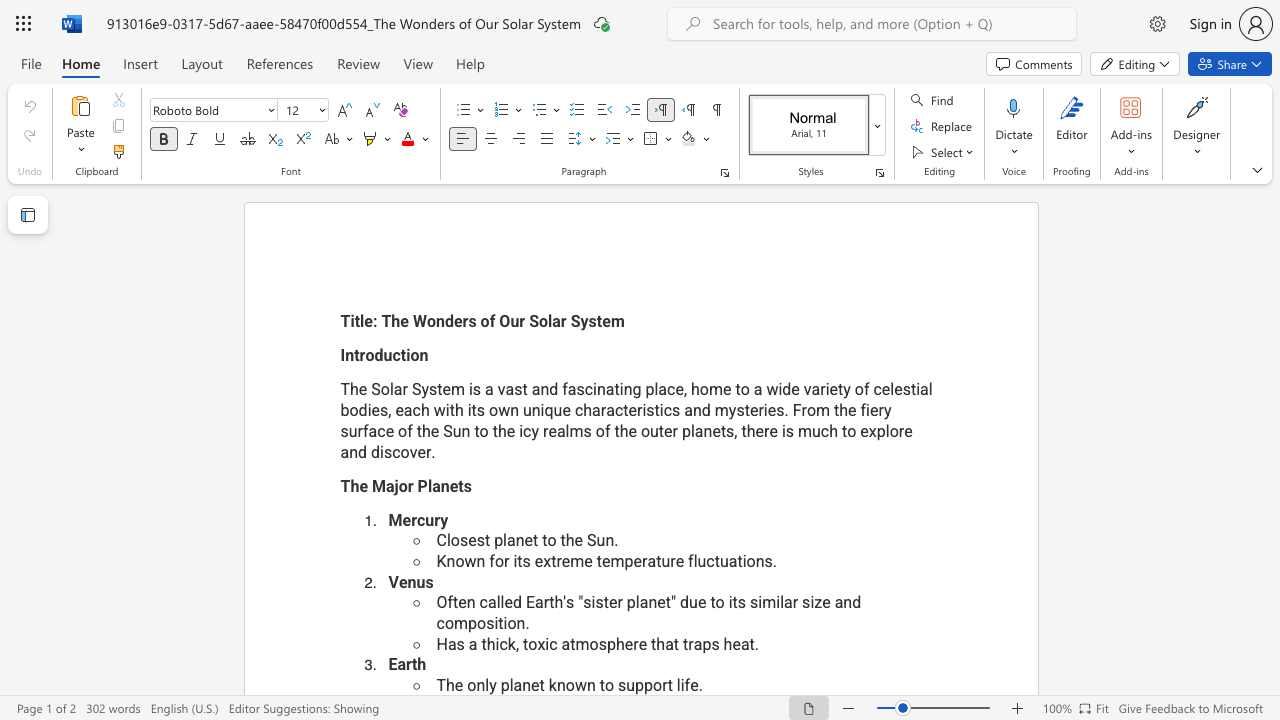 This screenshot has width=1280, height=720. Describe the element at coordinates (634, 684) in the screenshot. I see `the subset text "pport" within the text "The only planet known to support life."` at that location.